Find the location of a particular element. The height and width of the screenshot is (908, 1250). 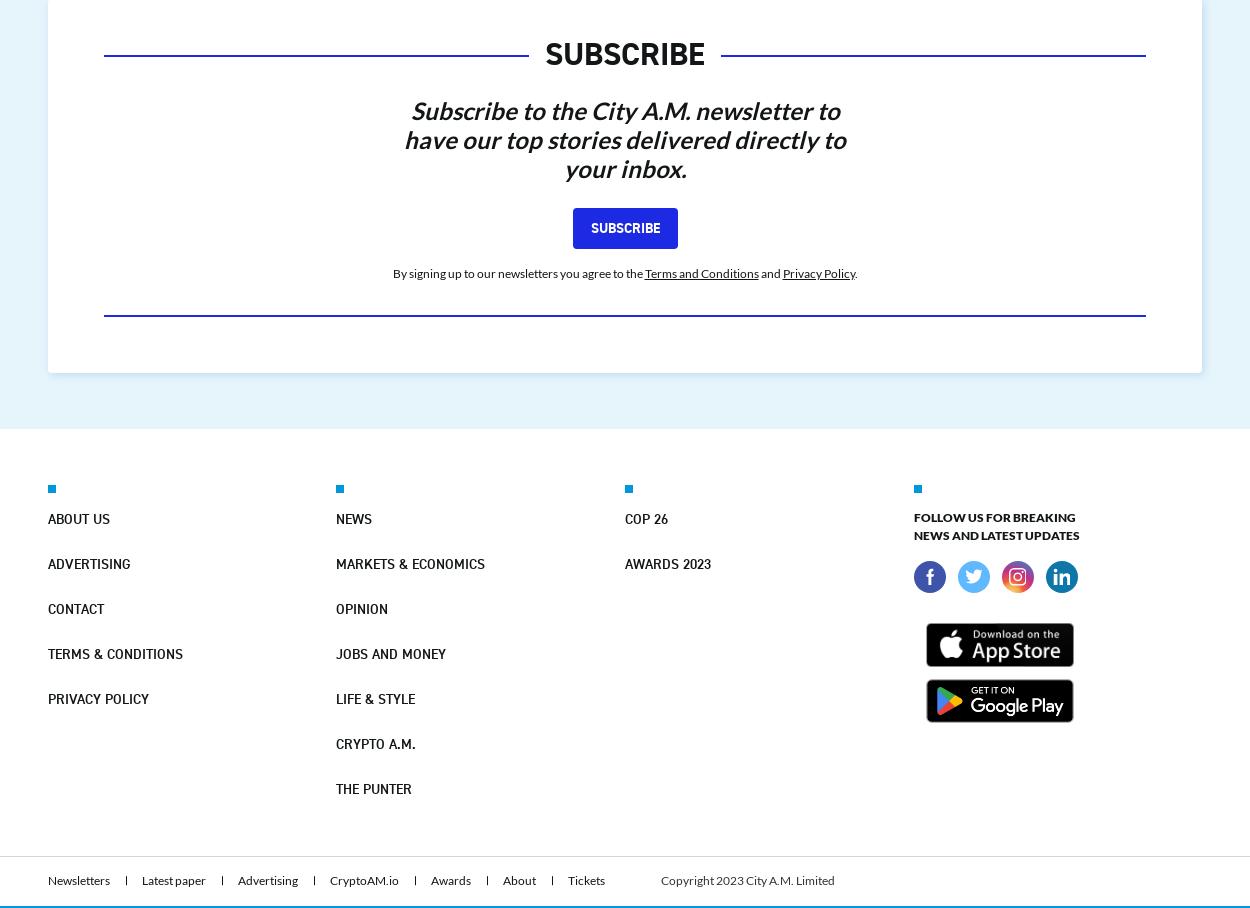

'Copyright 2023 City A.M. Limited' is located at coordinates (747, 879).